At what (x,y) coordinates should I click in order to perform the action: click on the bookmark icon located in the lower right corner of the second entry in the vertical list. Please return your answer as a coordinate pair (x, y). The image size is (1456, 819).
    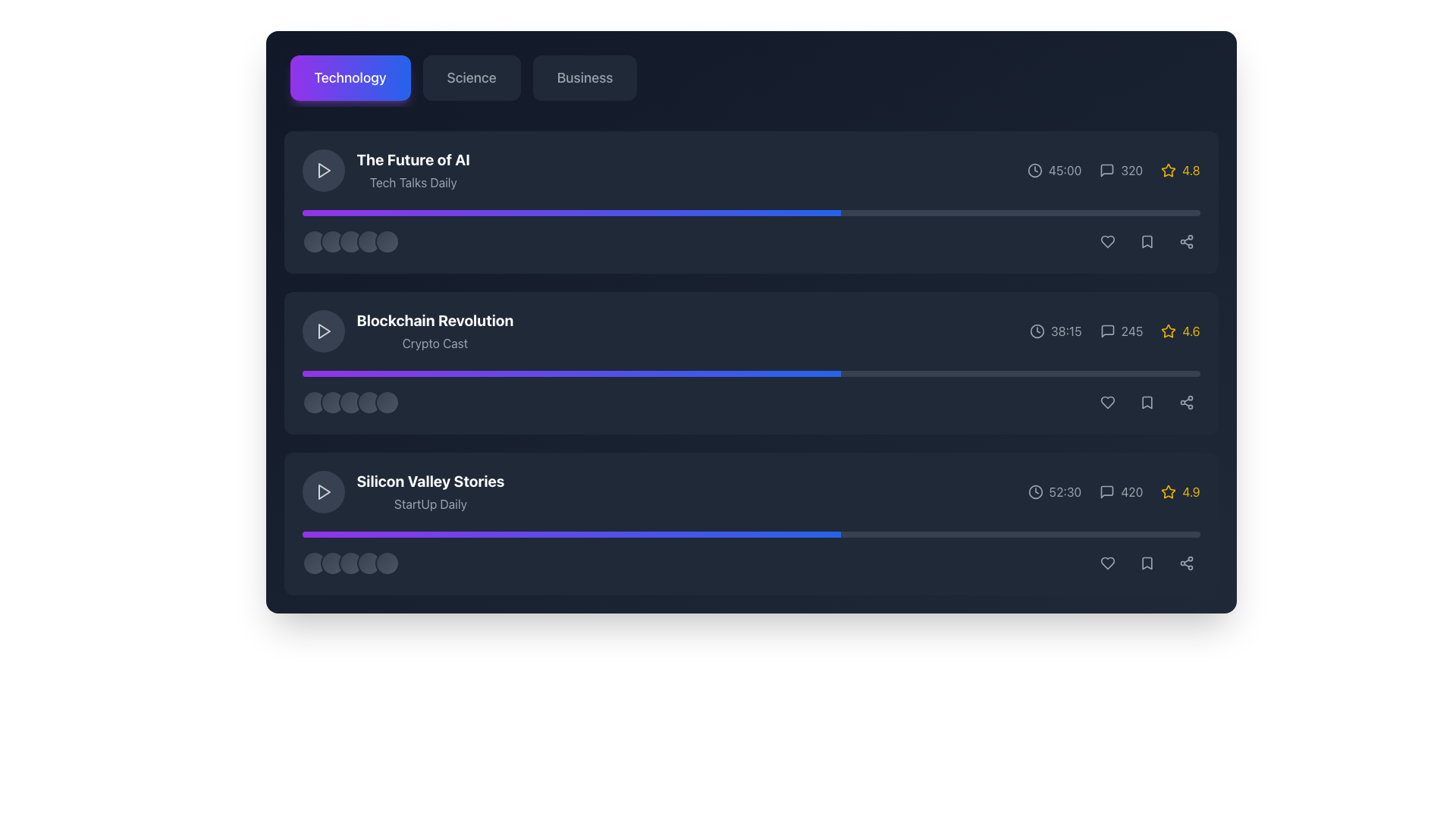
    Looking at the image, I should click on (1147, 402).